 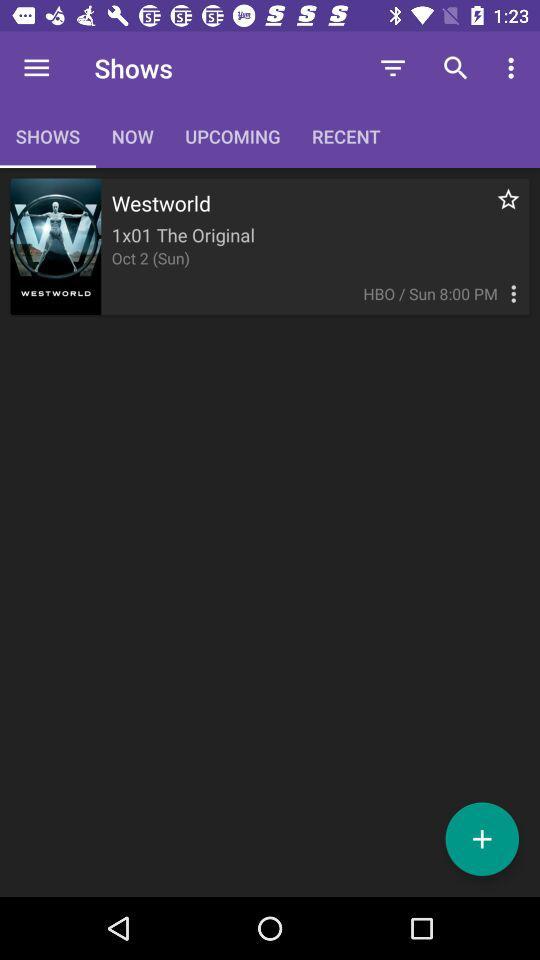 What do you see at coordinates (481, 839) in the screenshot?
I see `the add icon` at bounding box center [481, 839].